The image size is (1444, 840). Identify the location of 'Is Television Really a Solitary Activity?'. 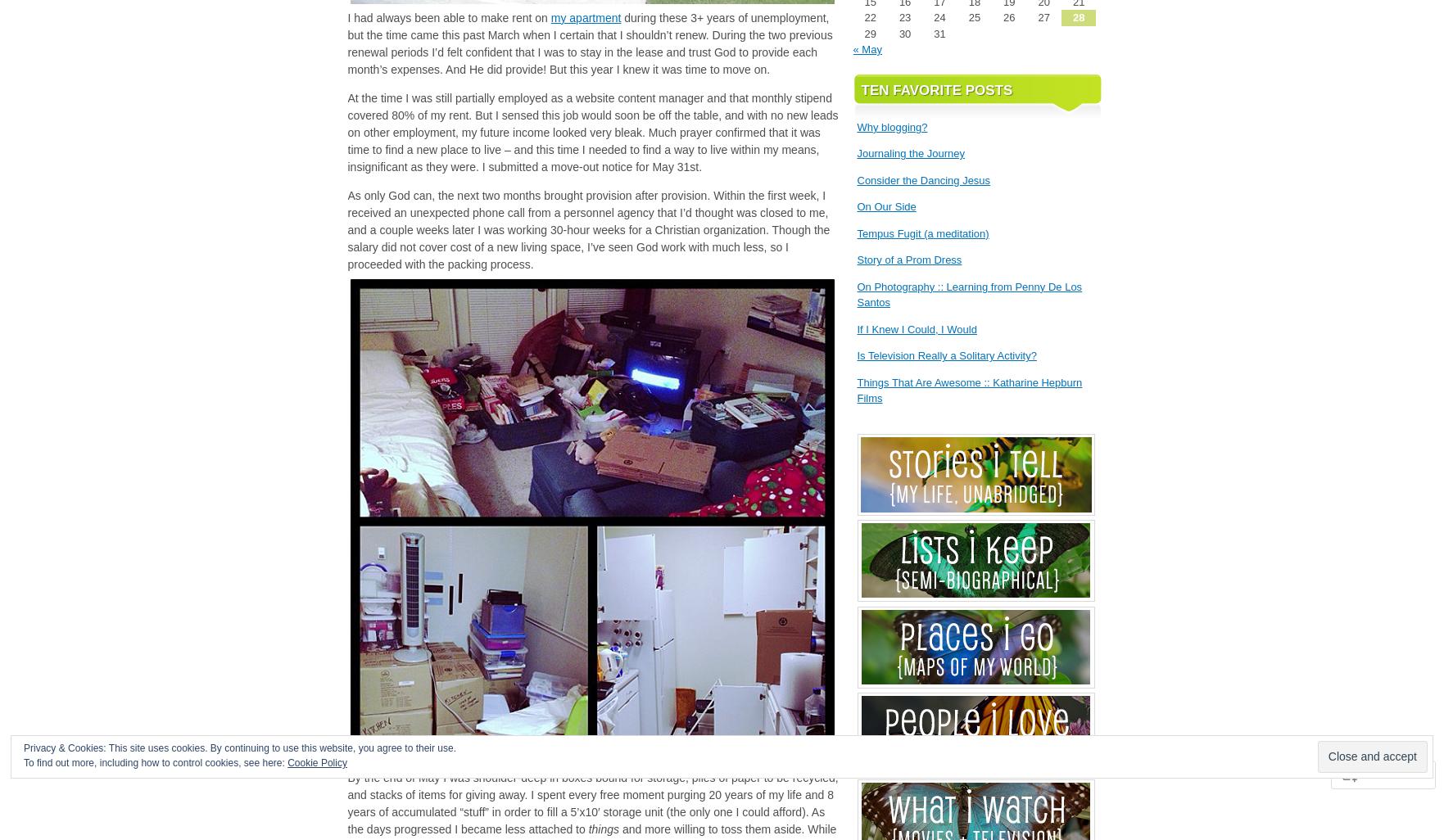
(945, 355).